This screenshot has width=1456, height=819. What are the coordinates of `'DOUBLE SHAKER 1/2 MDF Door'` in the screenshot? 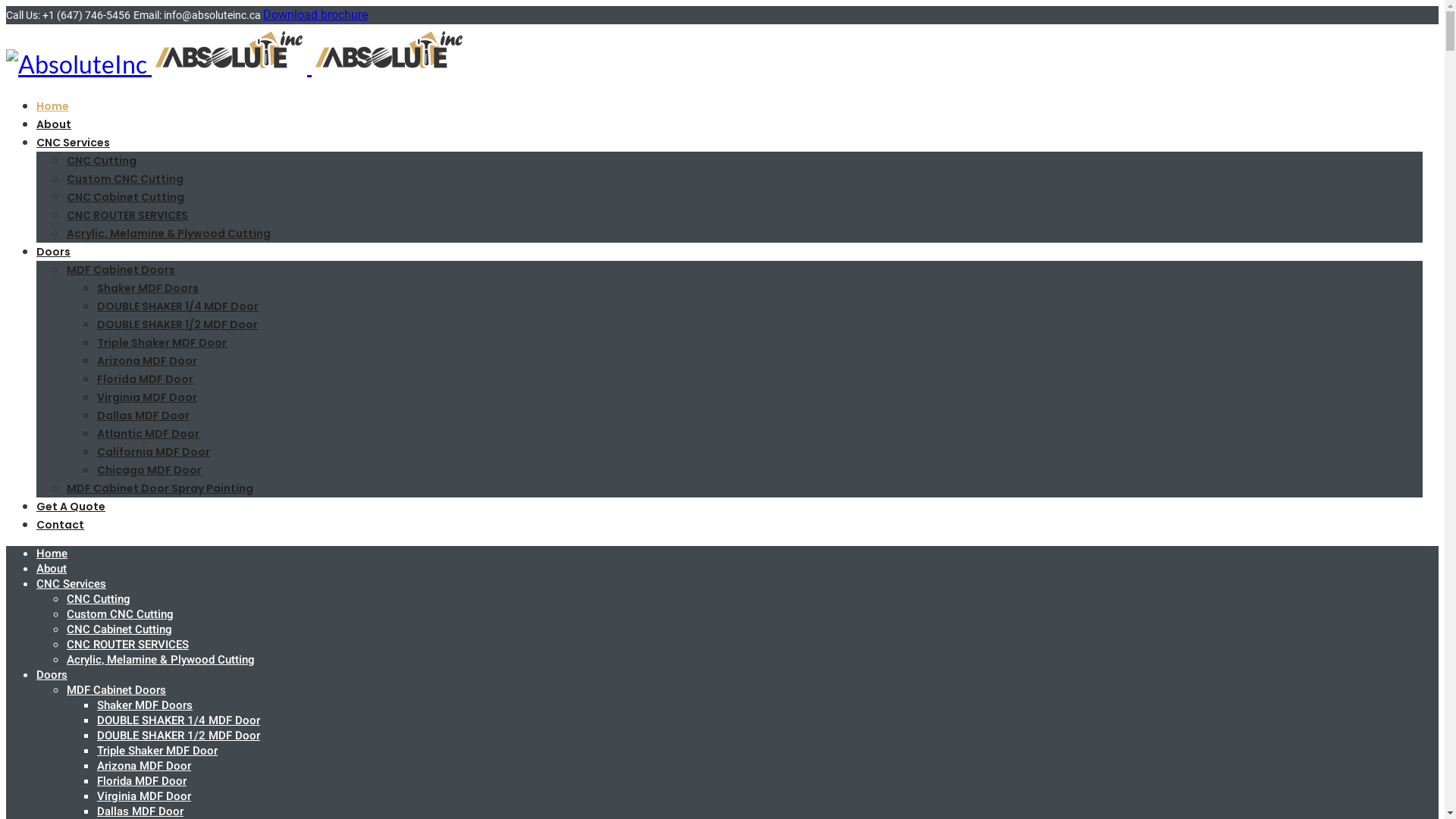 It's located at (177, 324).